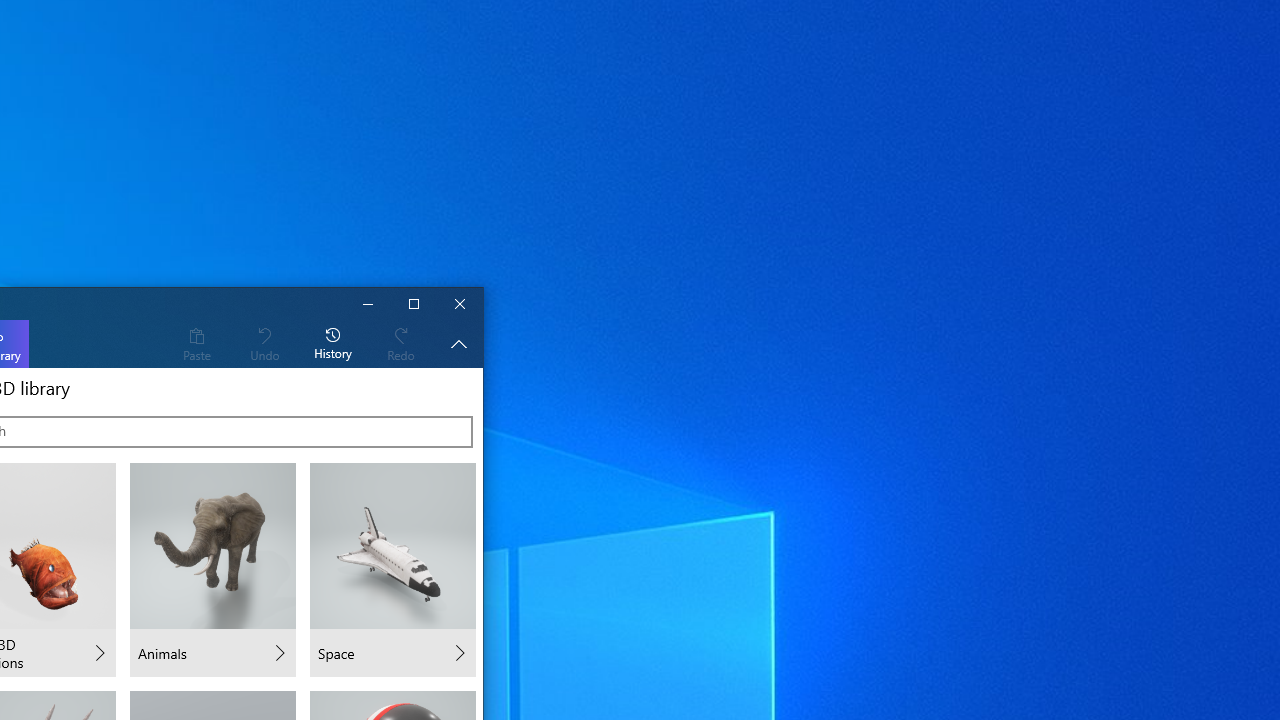 This screenshot has height=720, width=1280. What do you see at coordinates (400, 342) in the screenshot?
I see `'Redo'` at bounding box center [400, 342].